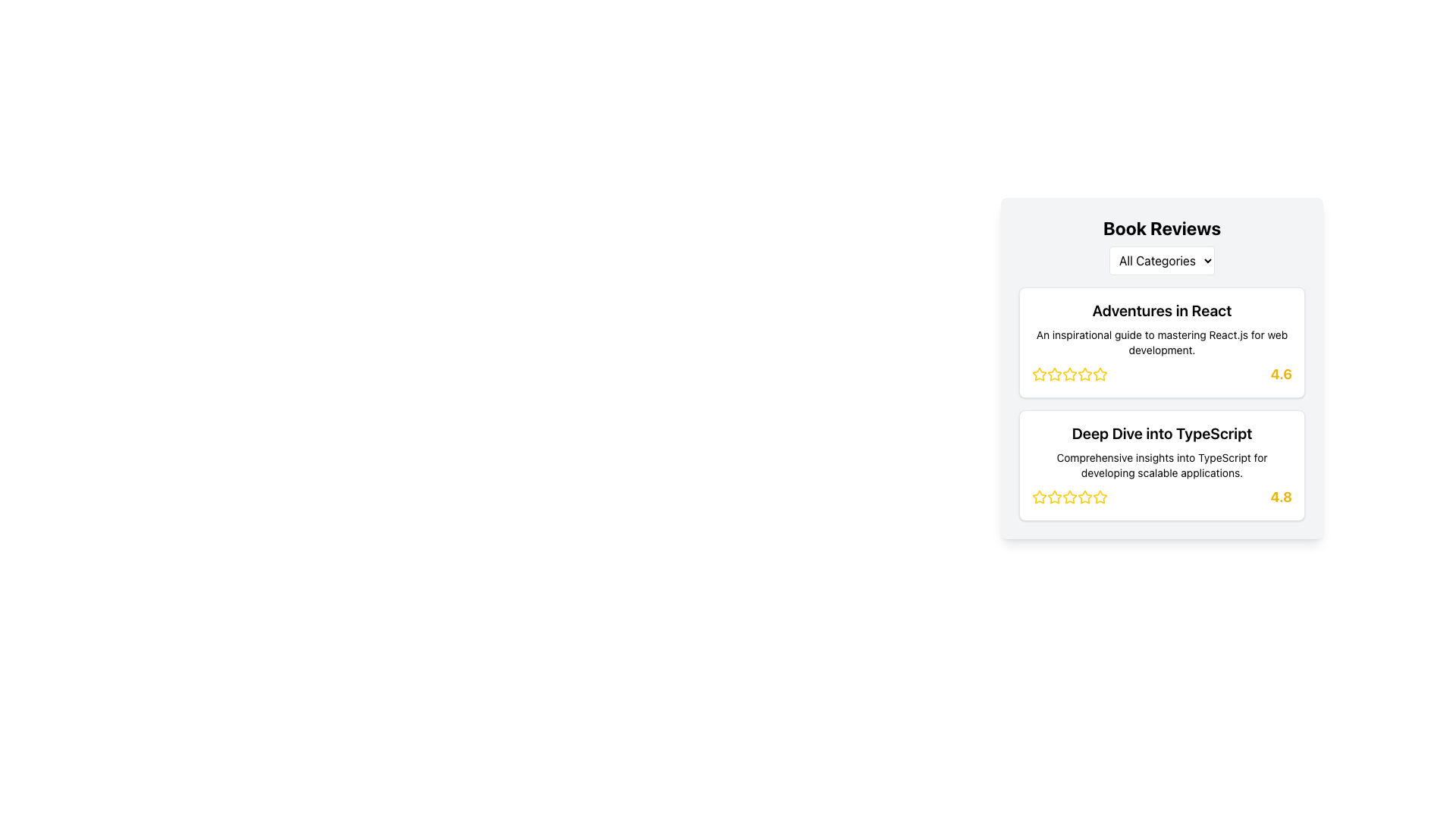  I want to click on the Information Card for the book titled 'Adventures in React', which is the first item in the vertical list of book review cards, so click(1161, 342).